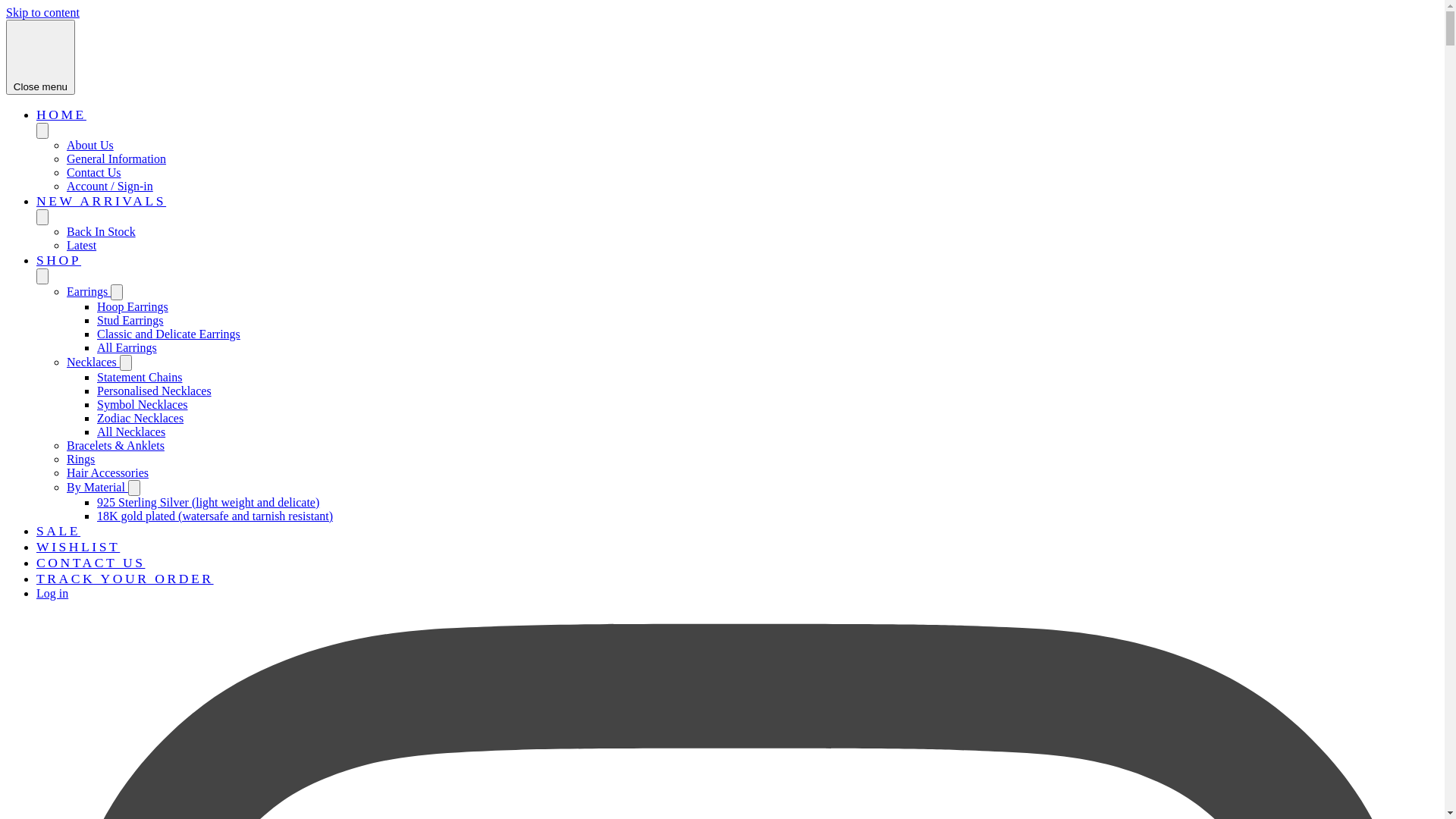  I want to click on 'NEW ARRIVALS', so click(100, 200).